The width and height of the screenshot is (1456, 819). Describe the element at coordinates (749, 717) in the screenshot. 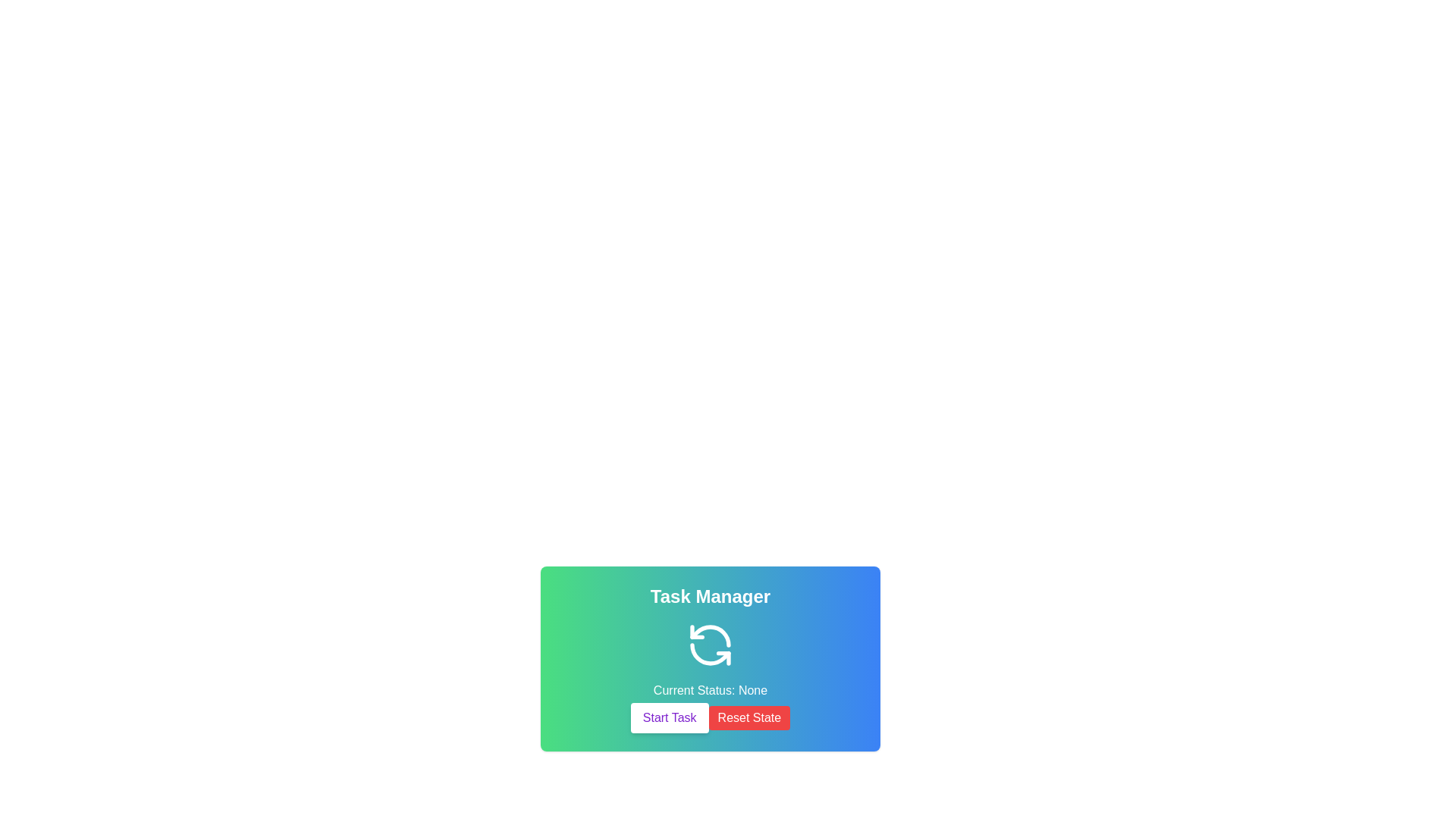

I see `the 'Reset State' button, which has a red background and white text, to observe its color change` at that location.